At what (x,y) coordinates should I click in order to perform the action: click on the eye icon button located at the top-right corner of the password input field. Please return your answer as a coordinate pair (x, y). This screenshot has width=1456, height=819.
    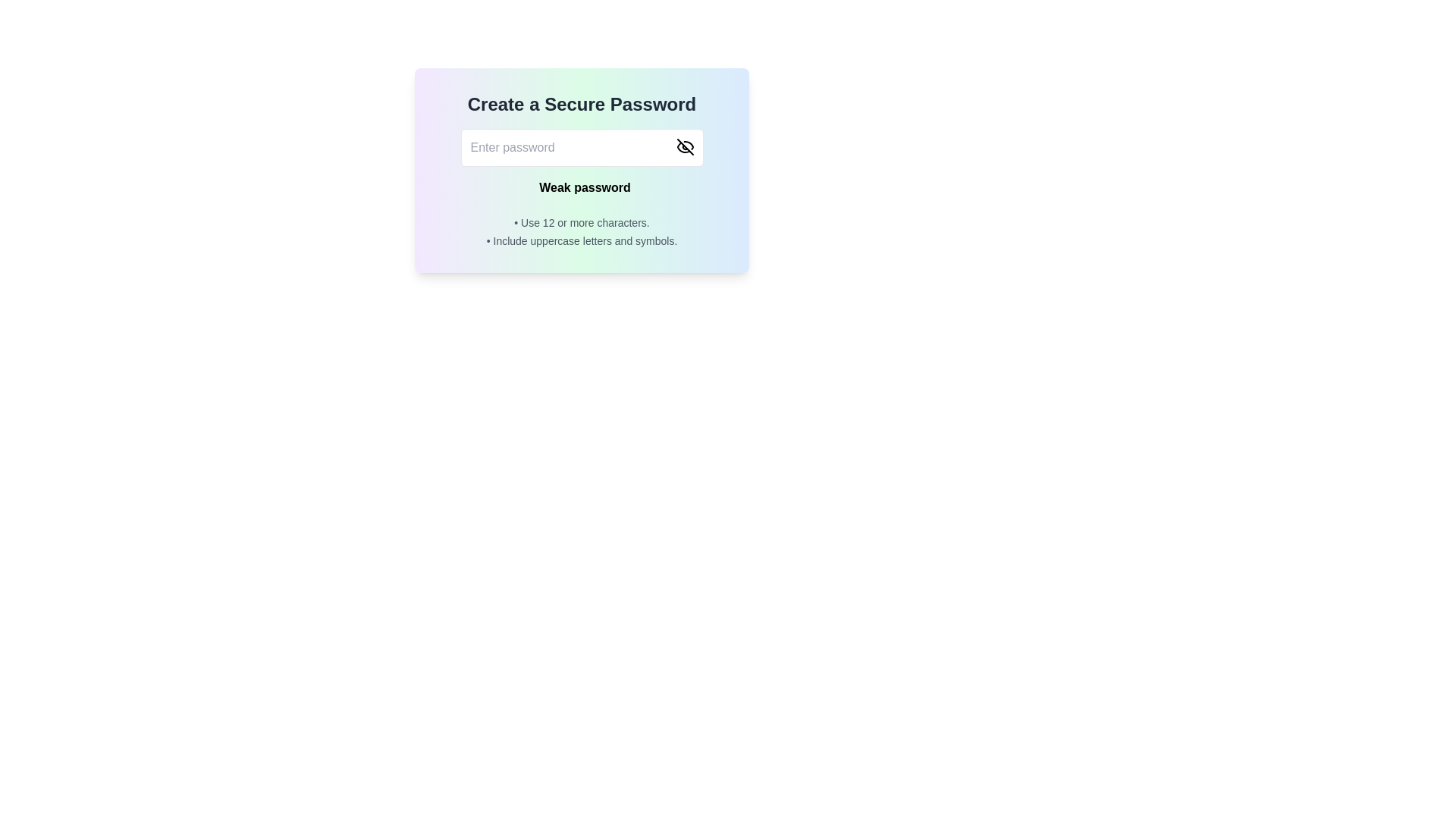
    Looking at the image, I should click on (684, 146).